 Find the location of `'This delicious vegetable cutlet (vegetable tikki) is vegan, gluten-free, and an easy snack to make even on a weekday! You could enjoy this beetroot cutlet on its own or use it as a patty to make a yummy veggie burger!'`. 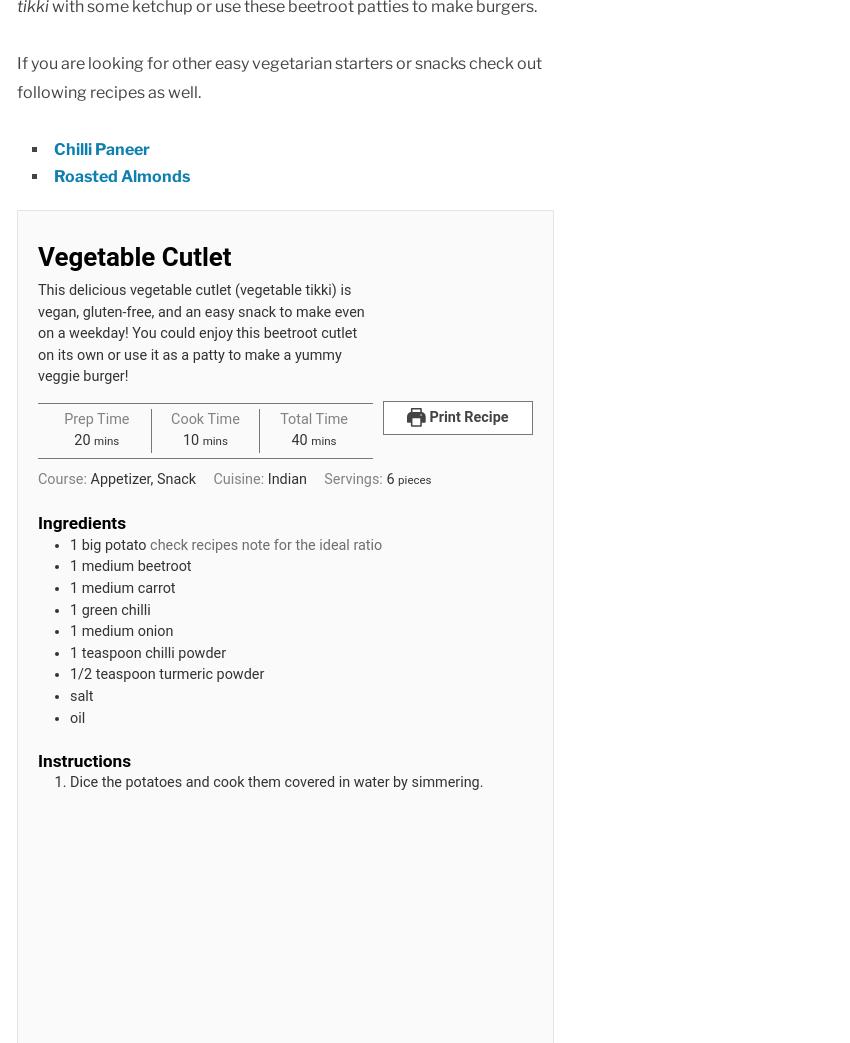

'This delicious vegetable cutlet (vegetable tikki) is vegan, gluten-free, and an easy snack to make even on a weekday! You could enjoy this beetroot cutlet on its own or use it as a patty to make a yummy veggie burger!' is located at coordinates (200, 332).